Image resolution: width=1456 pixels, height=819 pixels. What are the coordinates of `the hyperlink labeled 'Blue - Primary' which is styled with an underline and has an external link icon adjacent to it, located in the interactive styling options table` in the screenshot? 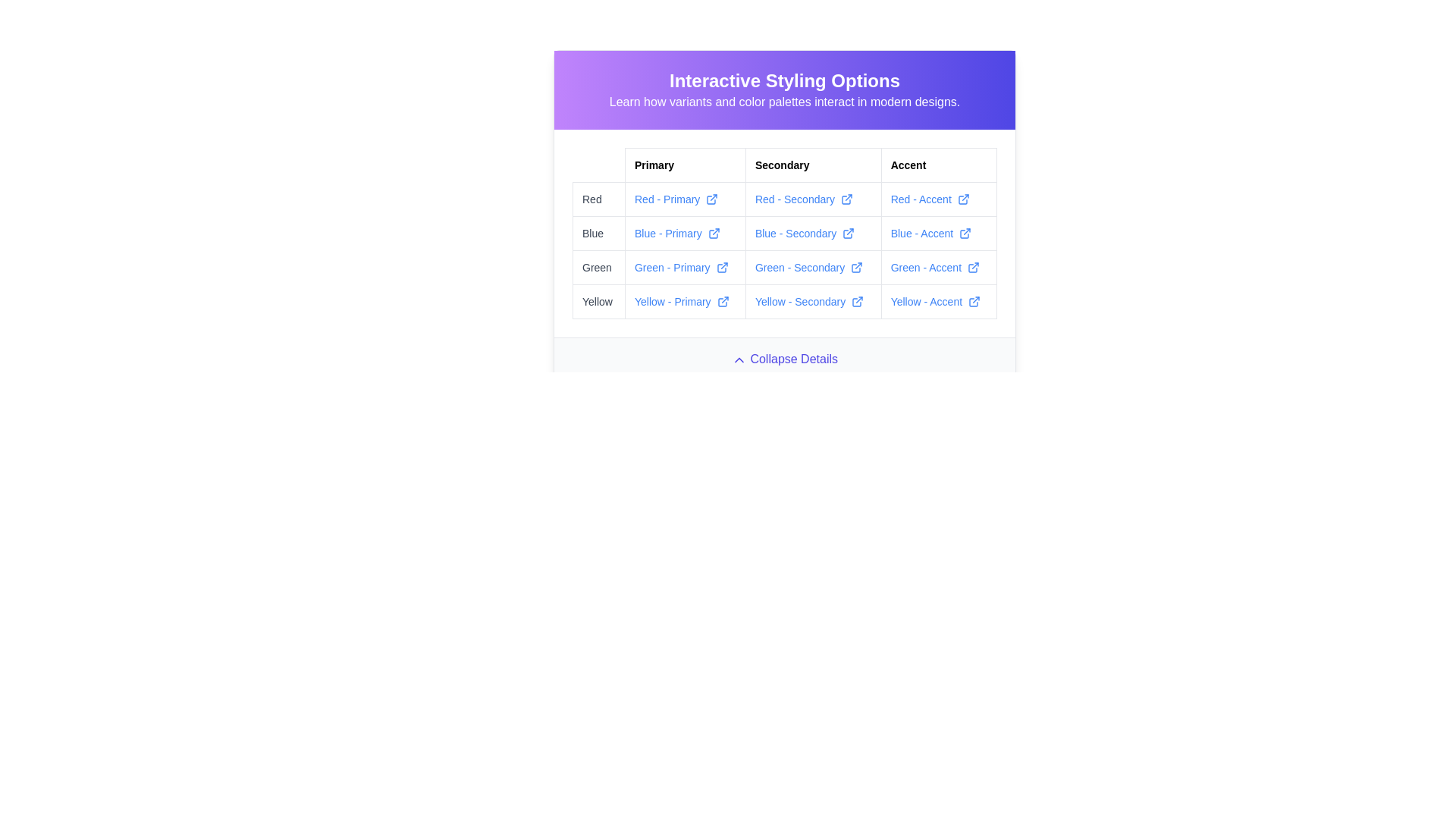 It's located at (676, 234).